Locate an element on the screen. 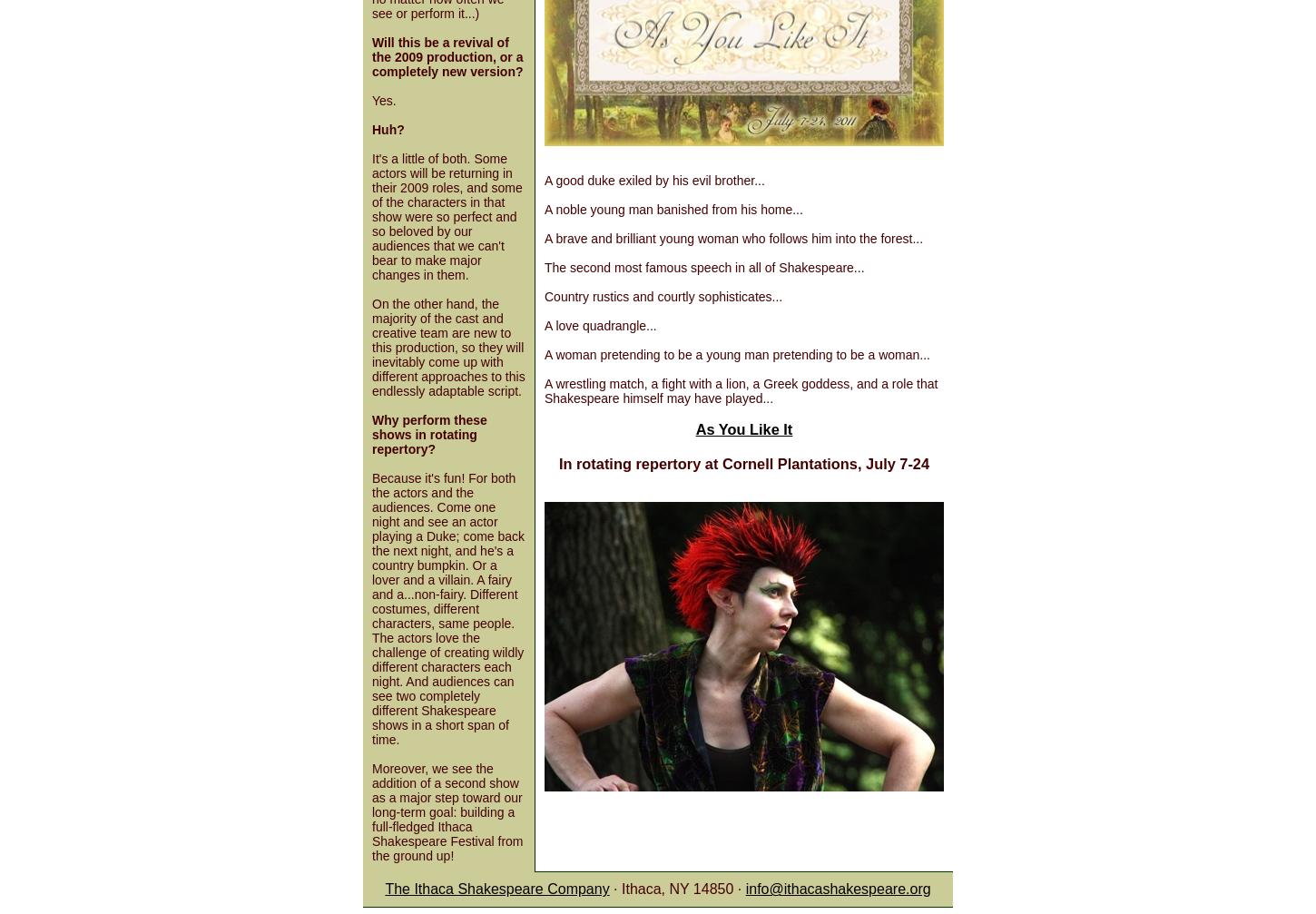 The height and width of the screenshot is (914, 1316). 'A noble young man banished from his home...' is located at coordinates (673, 210).